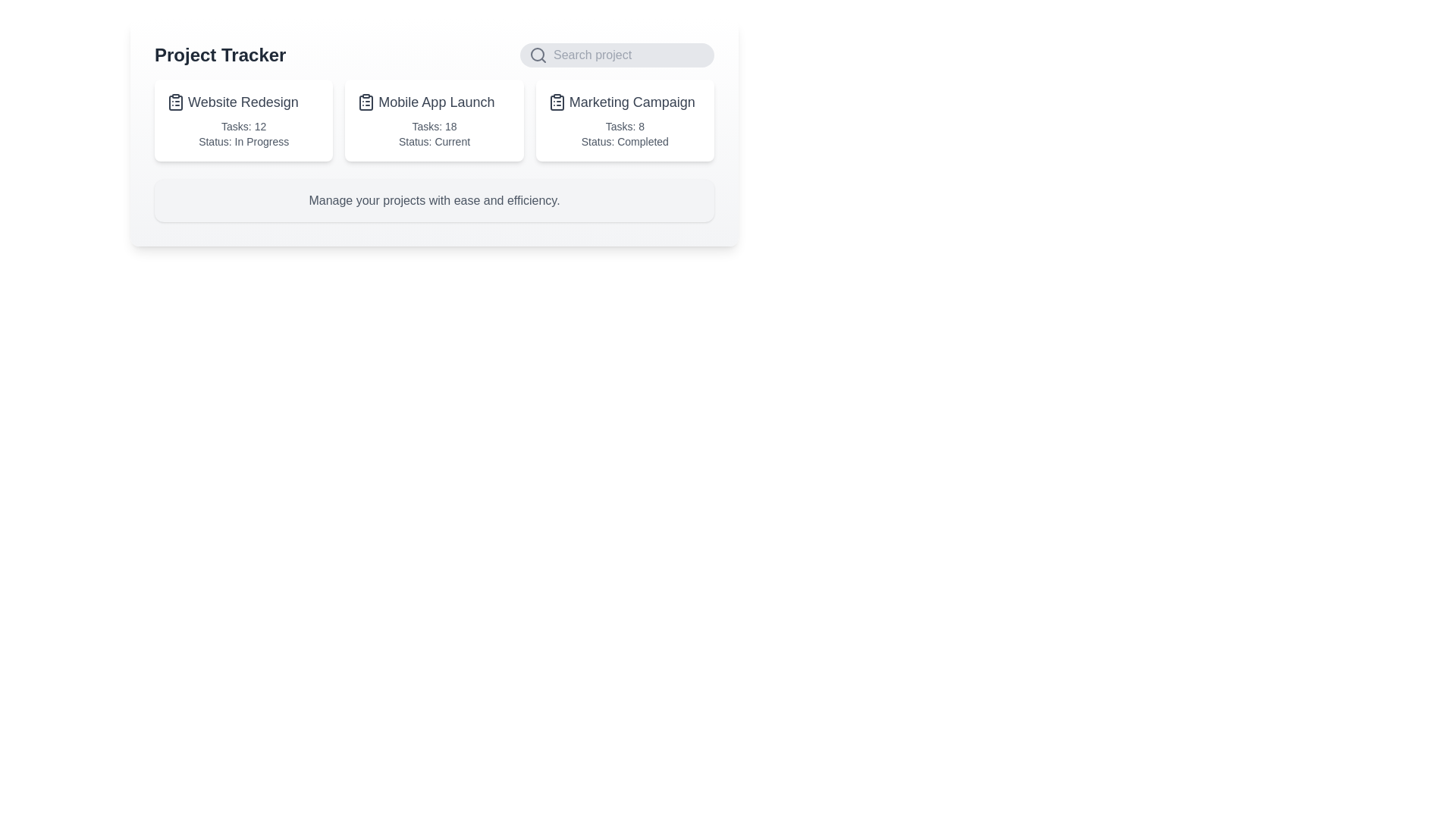 The width and height of the screenshot is (1456, 819). Describe the element at coordinates (433, 125) in the screenshot. I see `the text label that reads 'Tasks: 18', which is styled in gray and positioned centrally within the card labeled 'Mobile App Launch'` at that location.